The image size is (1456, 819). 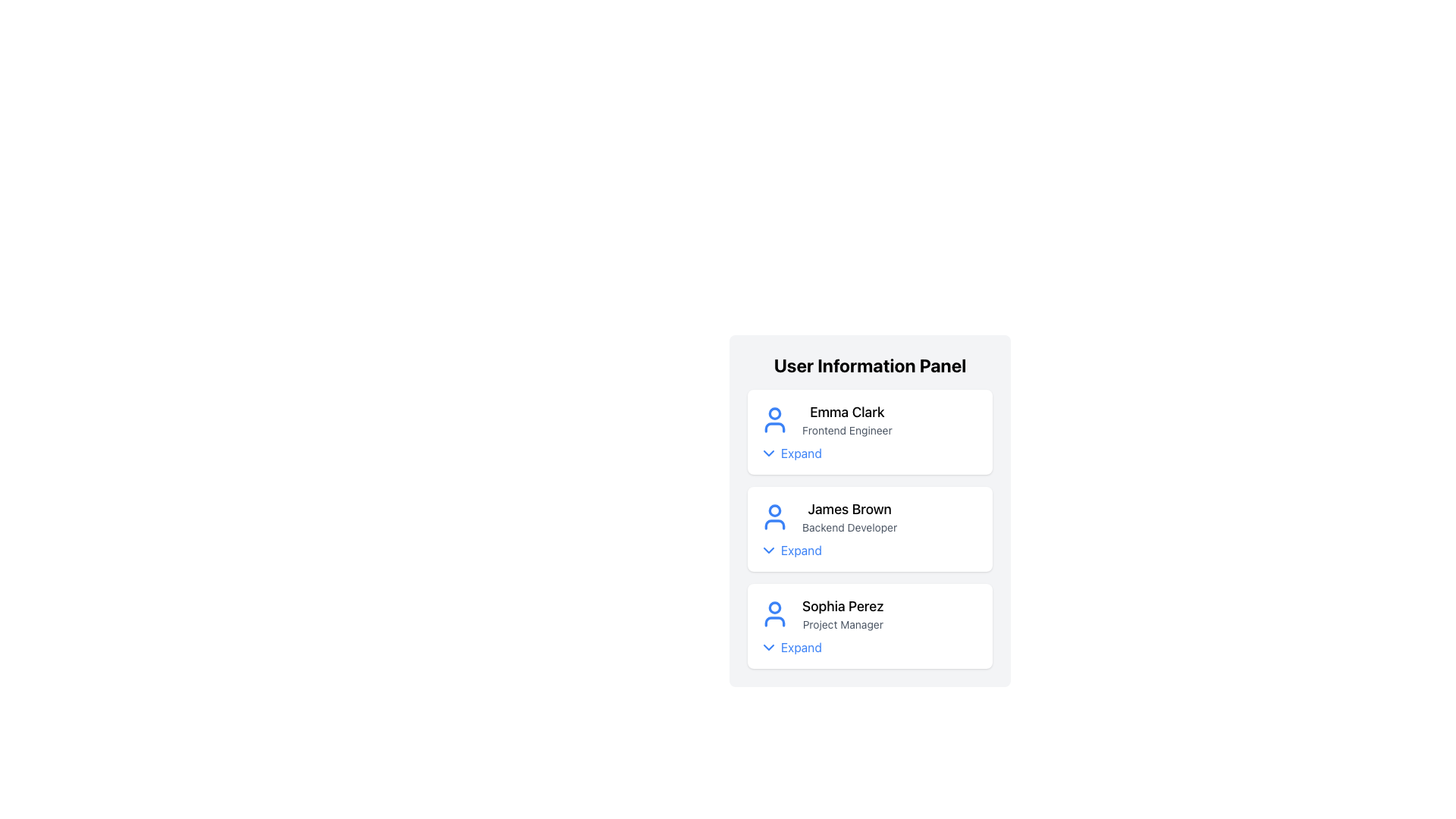 What do you see at coordinates (775, 427) in the screenshot?
I see `the bottom part of the user icon illustration, which represents the shoulders and upper chest, designed in a line art style with blue color, located to the left of the 'Emma Clark, Frontend Engineer' text` at bounding box center [775, 427].